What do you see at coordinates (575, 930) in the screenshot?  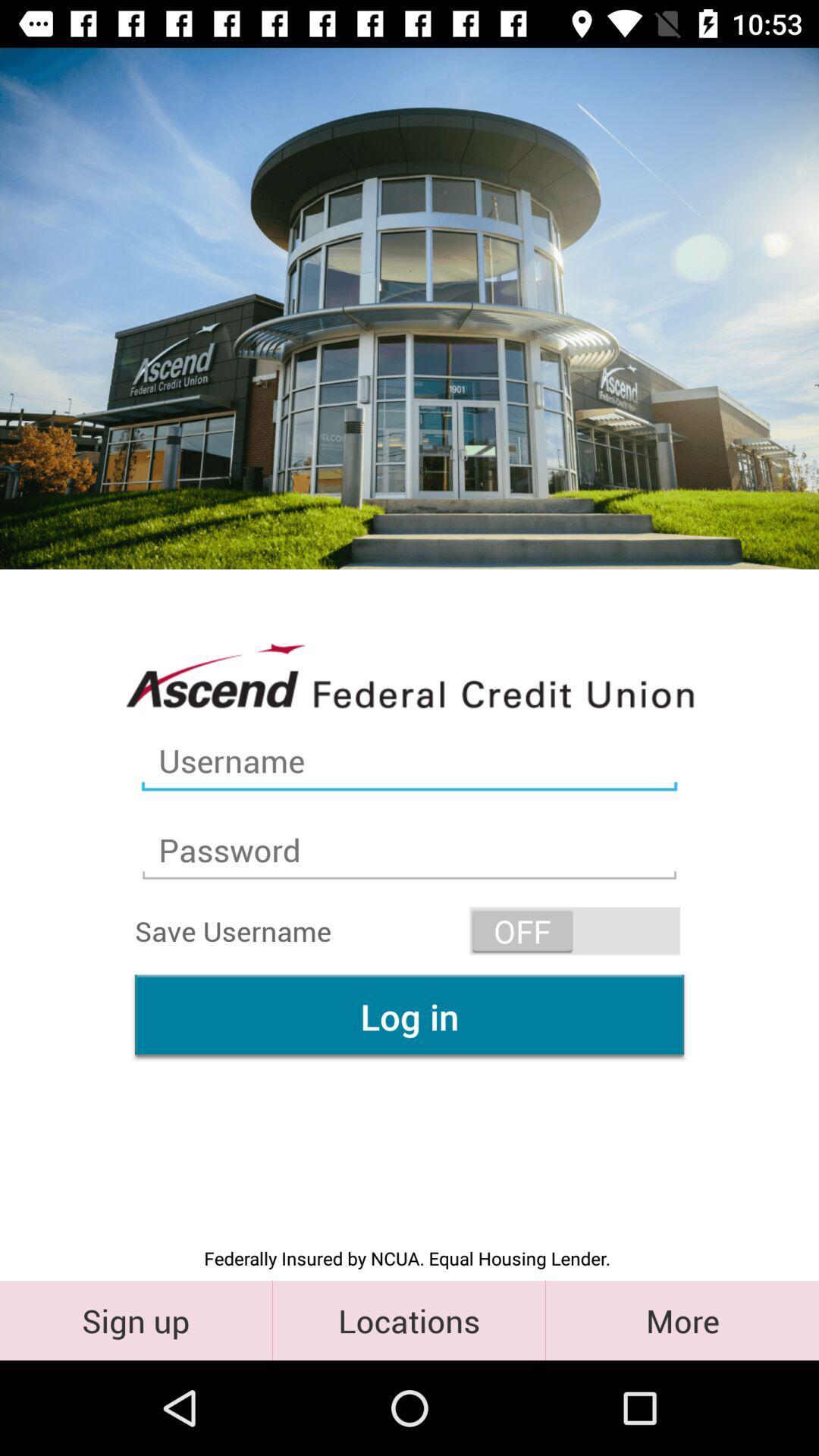 I see `the icon above the log in item` at bounding box center [575, 930].